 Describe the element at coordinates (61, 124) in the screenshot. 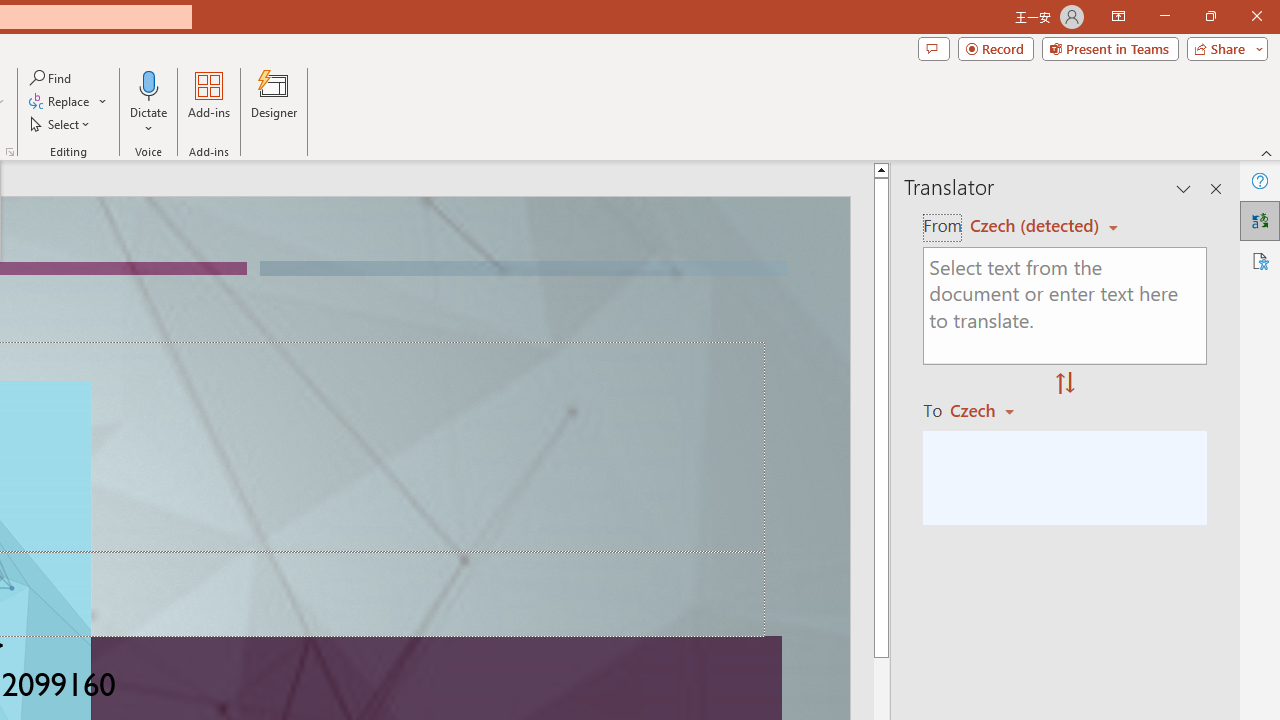

I see `'Select'` at that location.